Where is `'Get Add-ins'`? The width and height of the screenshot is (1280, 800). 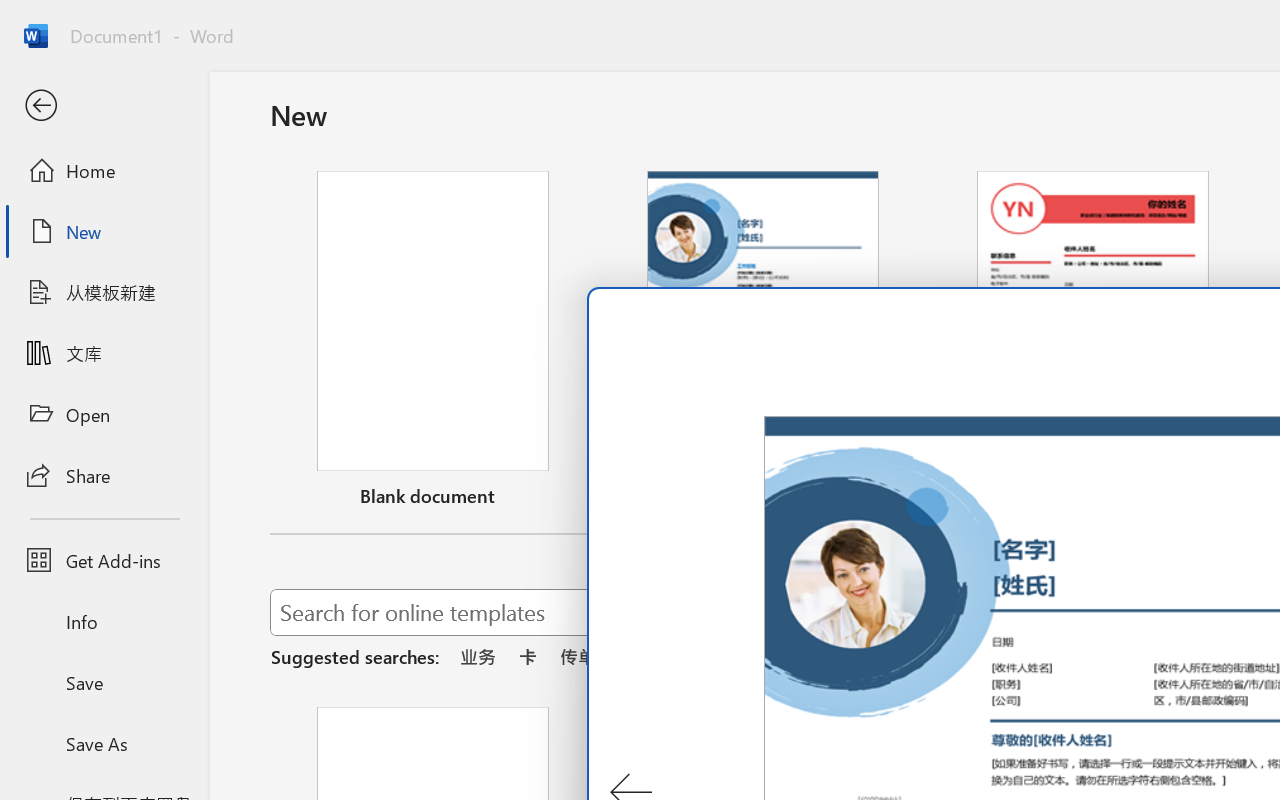 'Get Add-ins' is located at coordinates (103, 560).